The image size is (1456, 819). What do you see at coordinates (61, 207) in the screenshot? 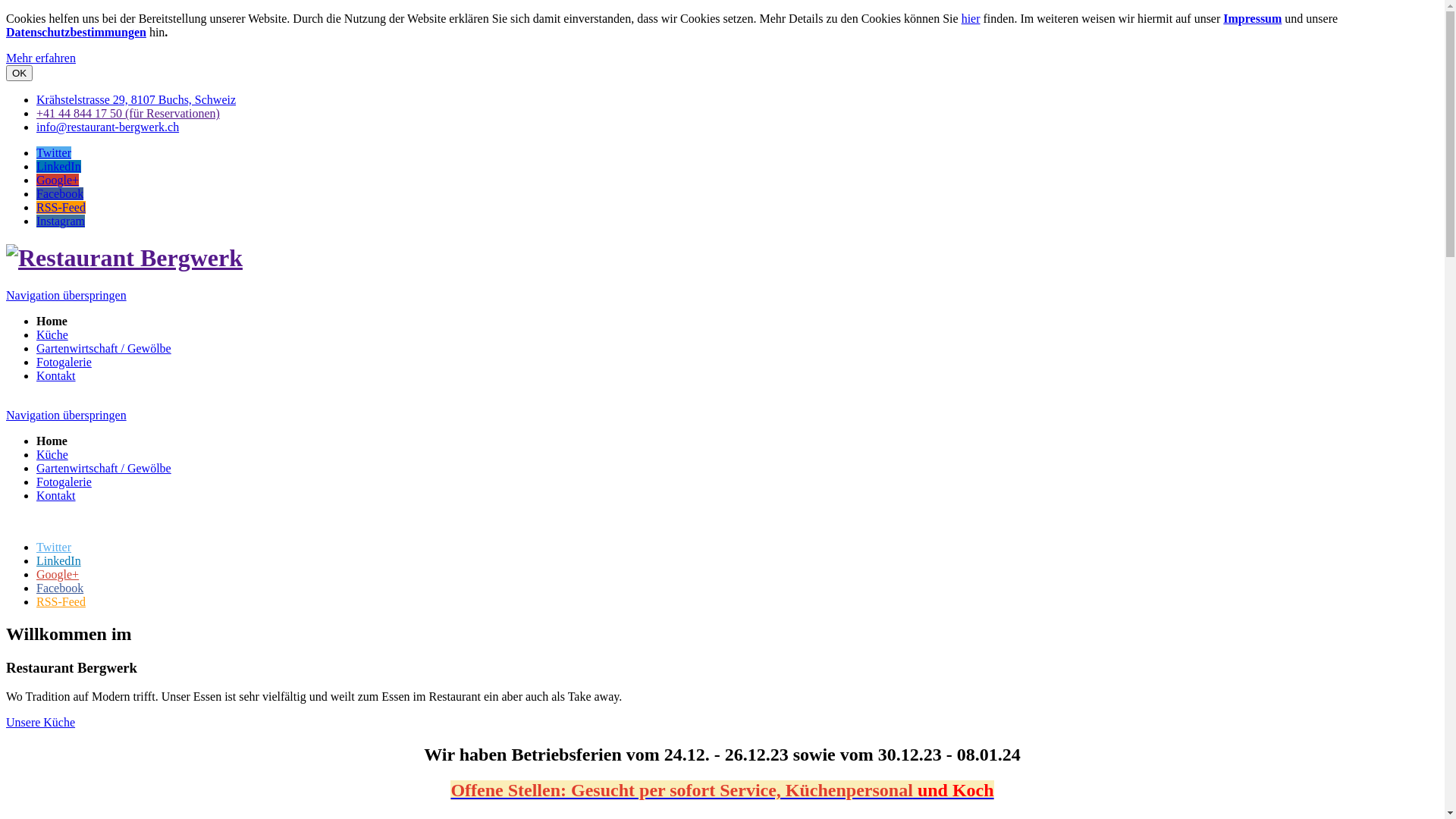
I see `'RSS-Feed'` at bounding box center [61, 207].